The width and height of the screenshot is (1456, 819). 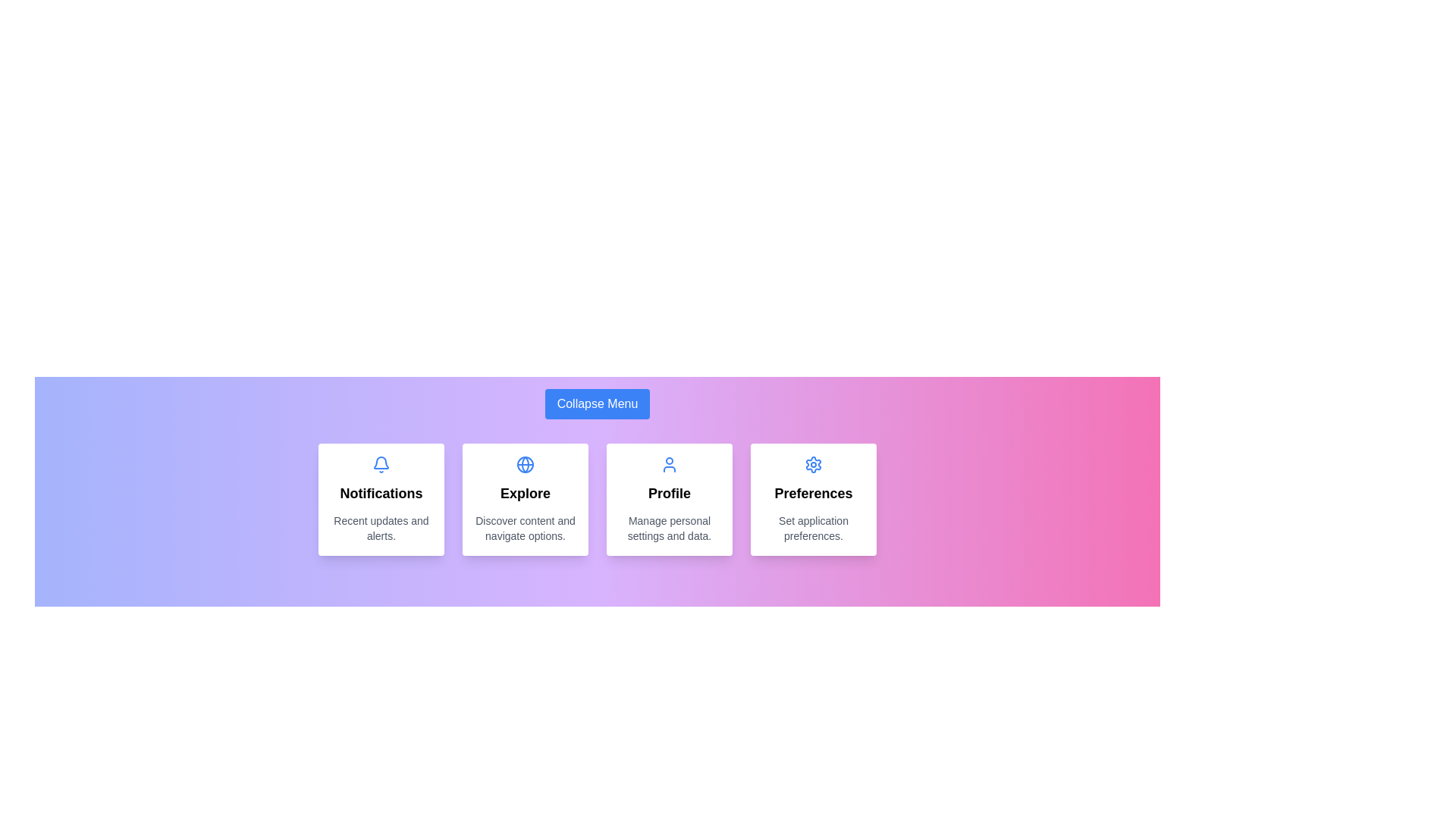 I want to click on the icon corresponding to the menu item Explore, so click(x=525, y=464).